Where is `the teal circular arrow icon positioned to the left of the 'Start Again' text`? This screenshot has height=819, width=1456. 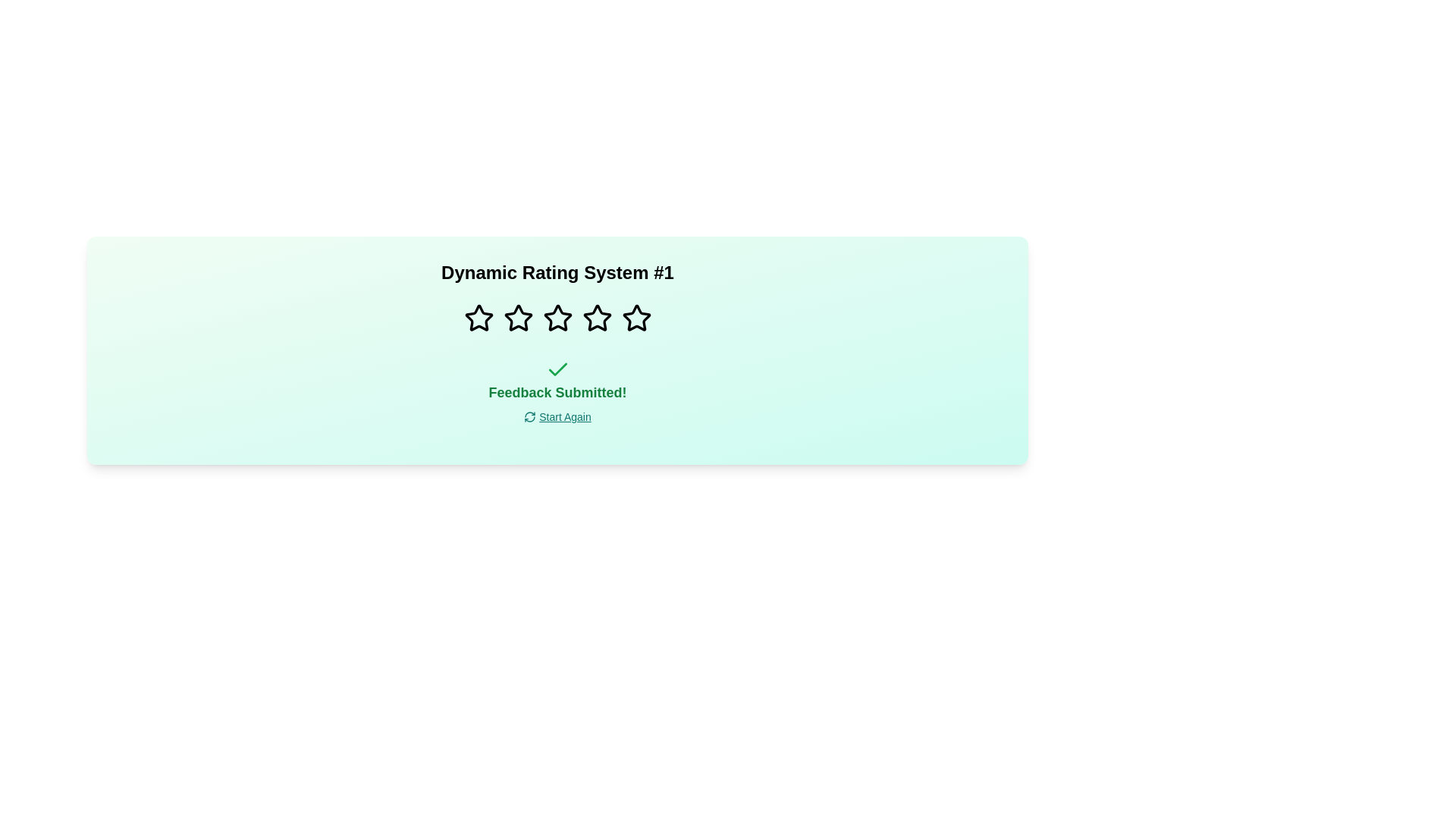
the teal circular arrow icon positioned to the left of the 'Start Again' text is located at coordinates (530, 417).